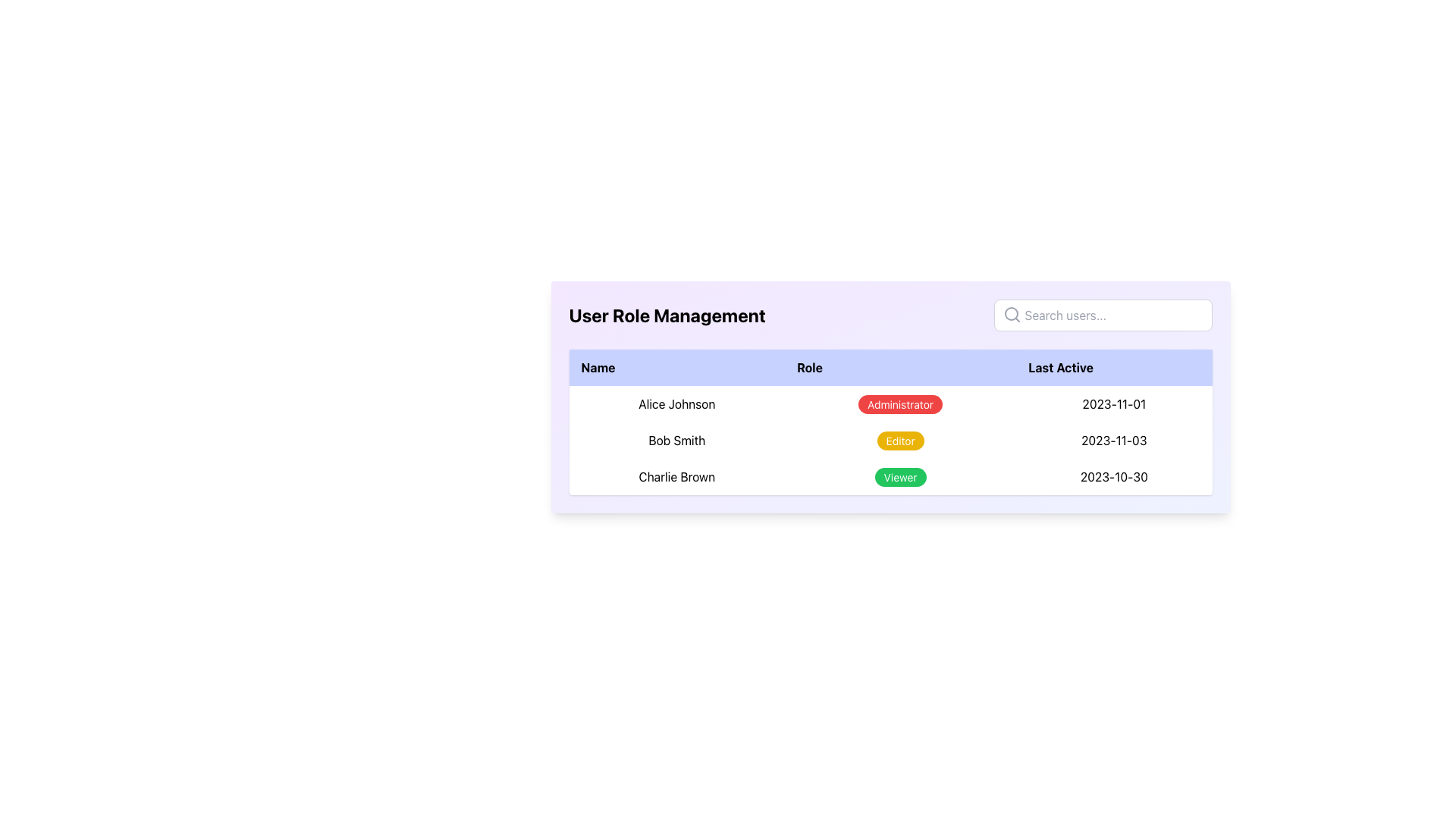  I want to click on the label displaying 'Administrator' in the Role column for Alice Johnson in the first row of the table, which has a bright red background and white text, so click(900, 403).